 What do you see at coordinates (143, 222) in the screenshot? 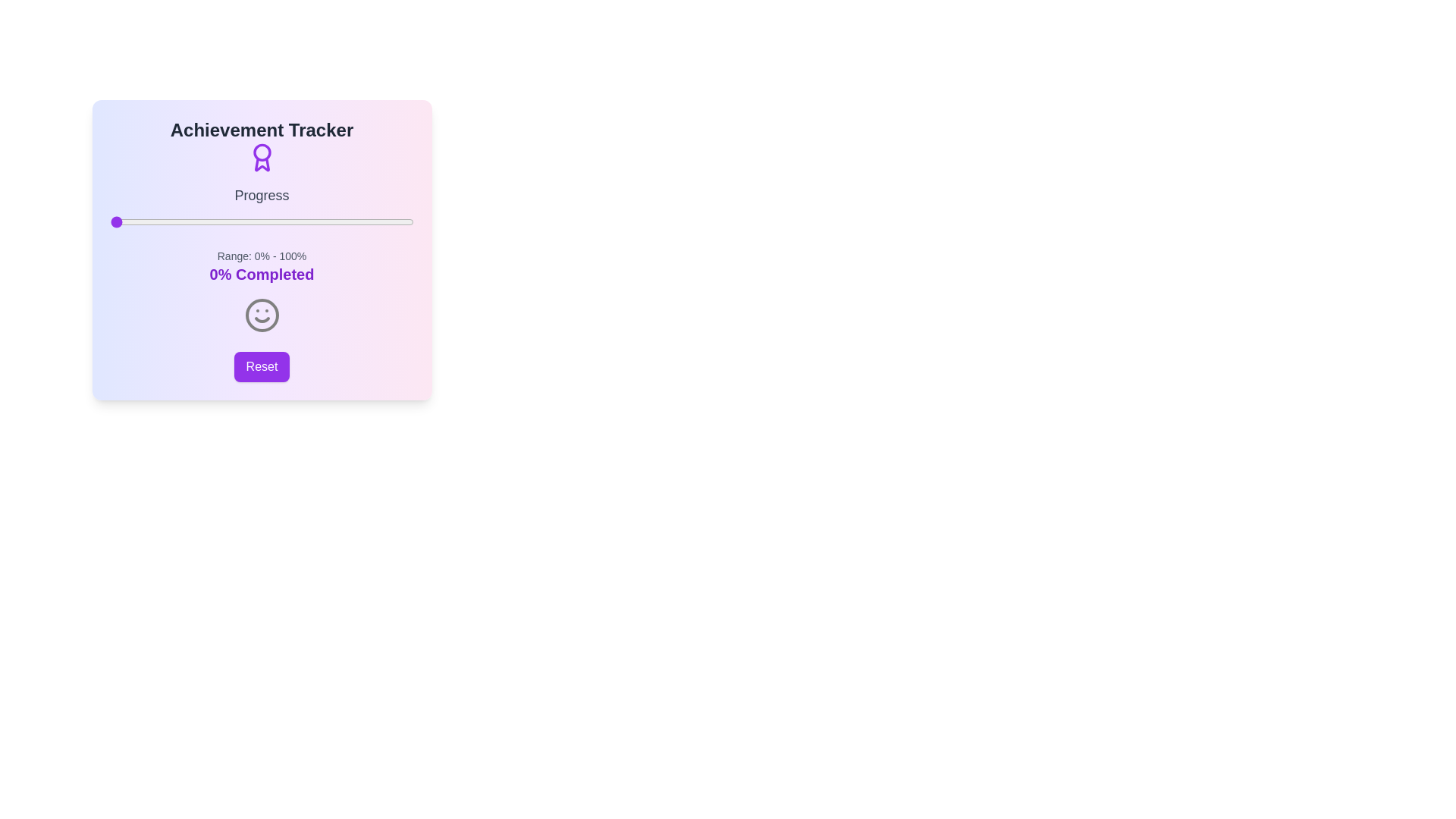
I see `the progress slider to 11%` at bounding box center [143, 222].